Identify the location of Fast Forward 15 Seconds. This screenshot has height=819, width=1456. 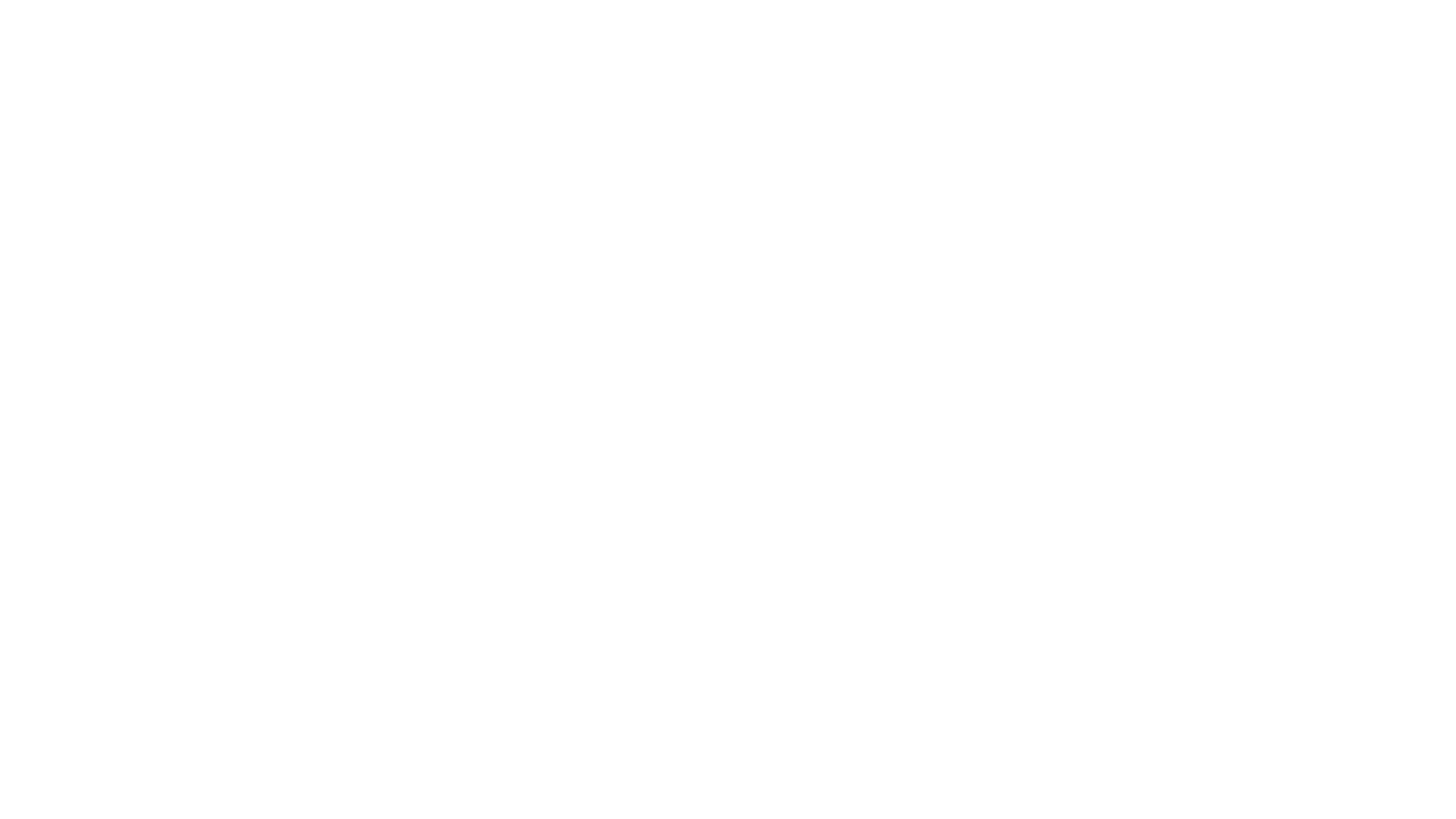
(1147, 20).